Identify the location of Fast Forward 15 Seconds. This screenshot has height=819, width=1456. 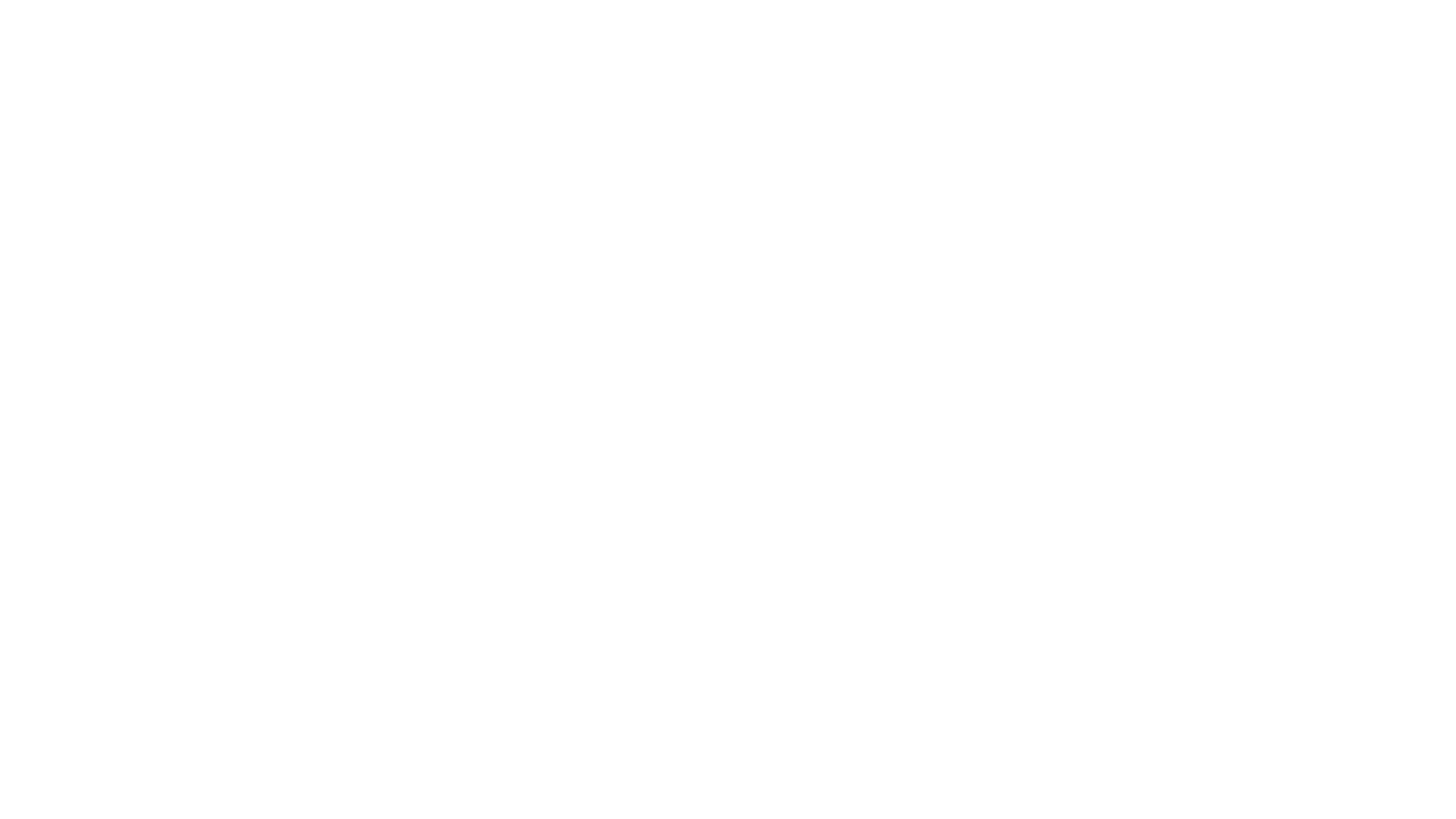
(1147, 20).